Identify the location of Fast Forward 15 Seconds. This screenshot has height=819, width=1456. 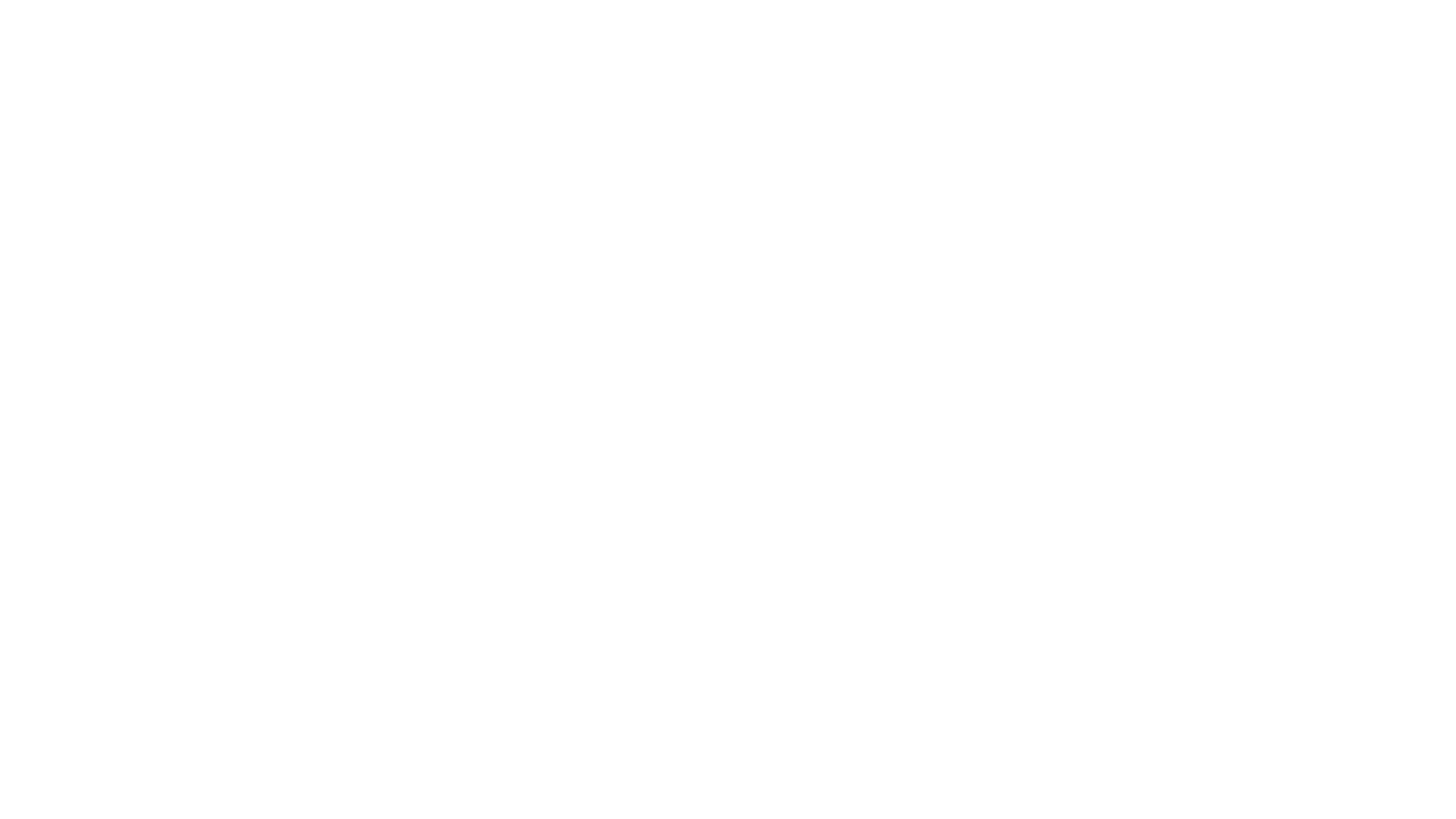
(1147, 20).